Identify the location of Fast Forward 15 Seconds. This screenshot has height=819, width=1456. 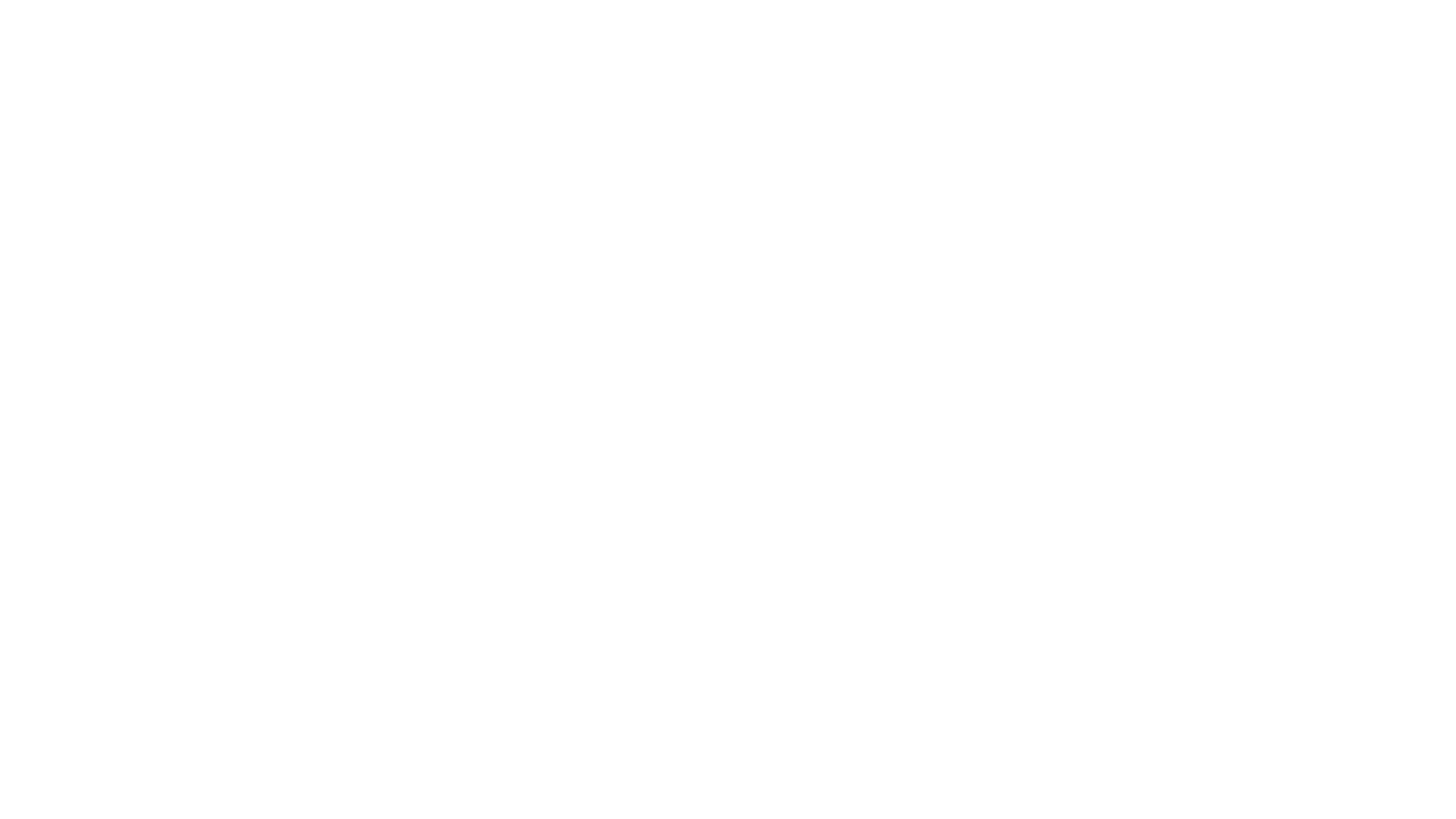
(1147, 20).